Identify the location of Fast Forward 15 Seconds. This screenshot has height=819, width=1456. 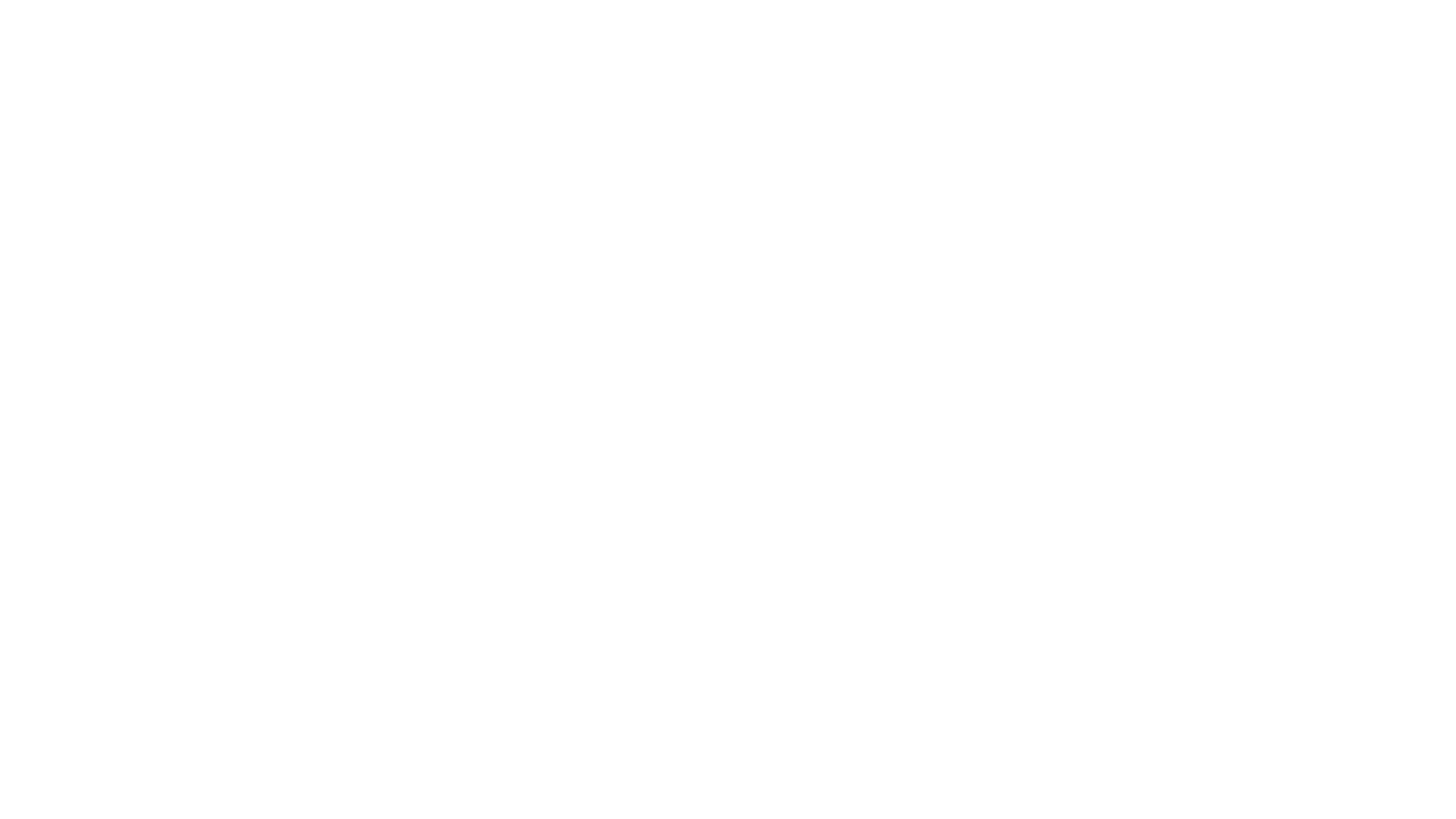
(1147, 20).